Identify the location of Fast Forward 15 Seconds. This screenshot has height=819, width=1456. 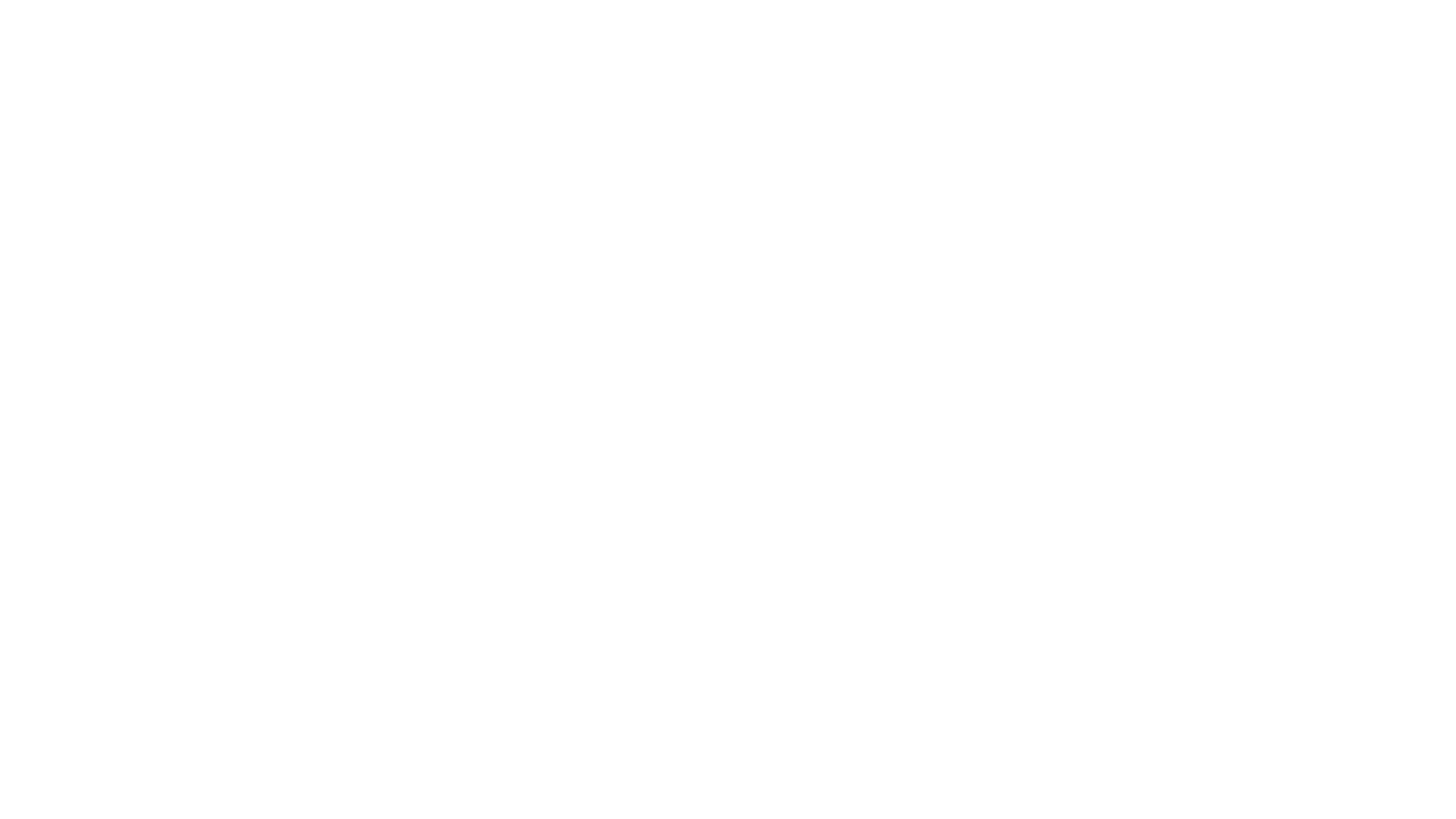
(1147, 20).